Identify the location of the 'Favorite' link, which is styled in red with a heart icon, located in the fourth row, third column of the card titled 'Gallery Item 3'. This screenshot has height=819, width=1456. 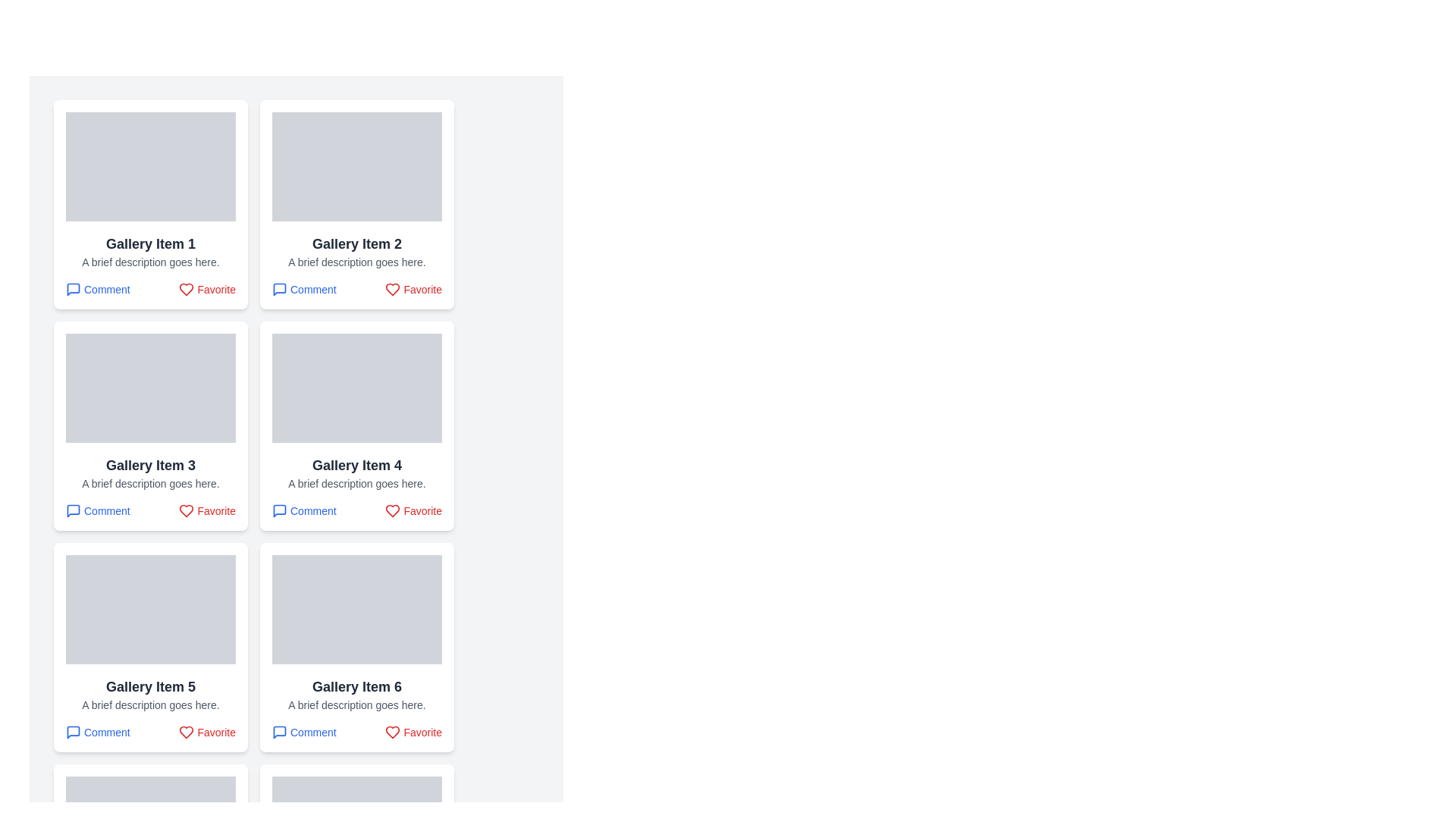
(150, 511).